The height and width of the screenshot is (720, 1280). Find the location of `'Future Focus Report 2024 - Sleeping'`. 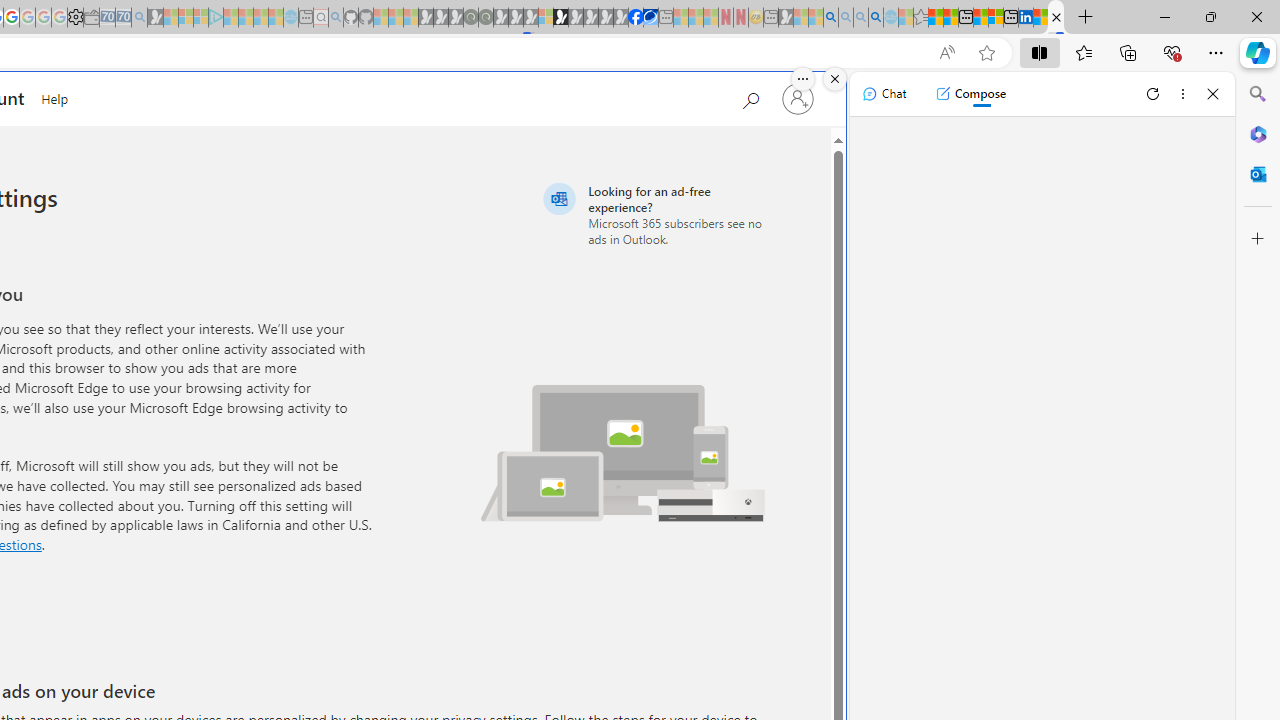

'Future Focus Report 2024 - Sleeping' is located at coordinates (485, 17).